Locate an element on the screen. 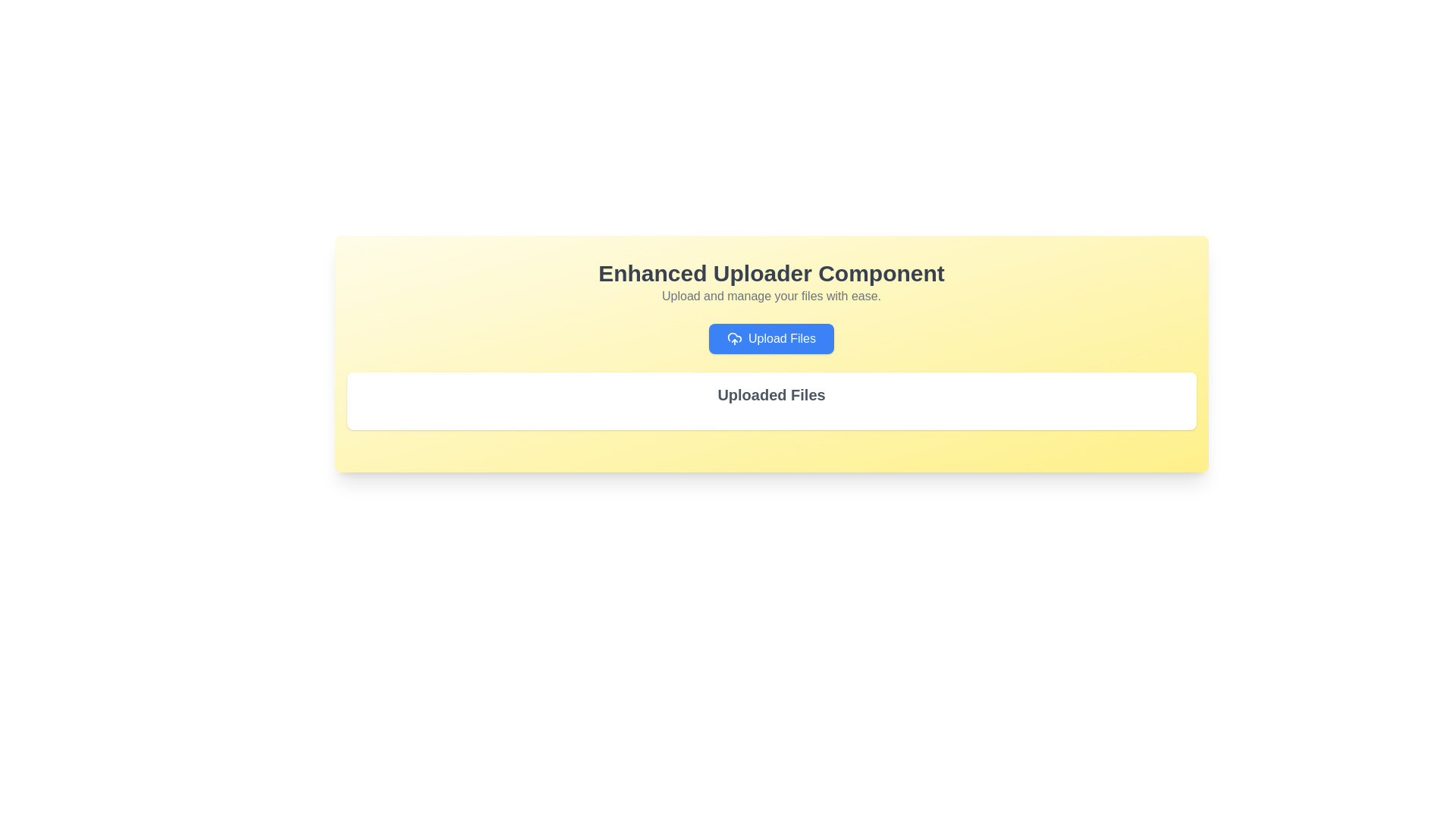  the upload icon, which is centered horizontally within the 'Upload Files' button and positioned slightly to the left of its text label is located at coordinates (735, 338).